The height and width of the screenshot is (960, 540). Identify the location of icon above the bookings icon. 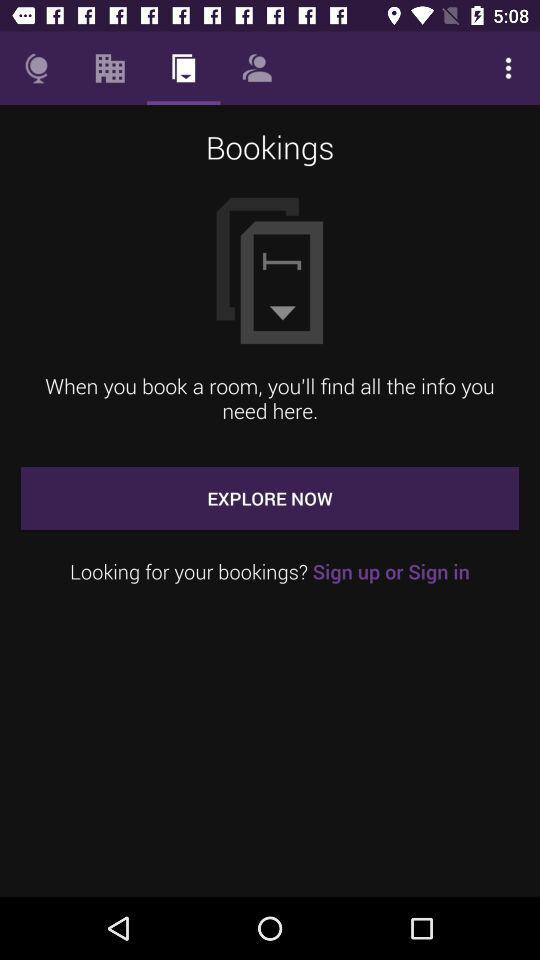
(36, 68).